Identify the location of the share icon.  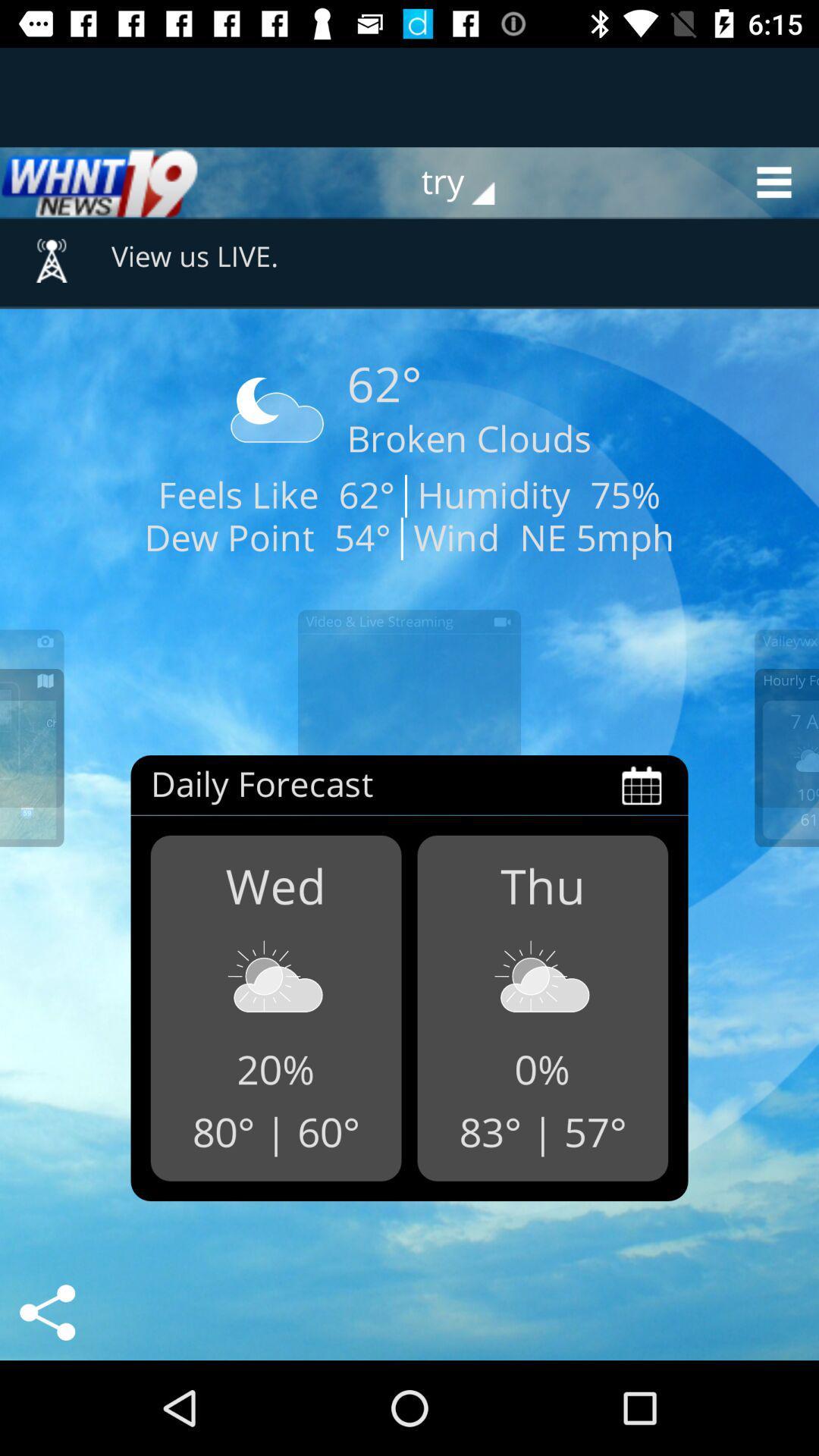
(46, 1312).